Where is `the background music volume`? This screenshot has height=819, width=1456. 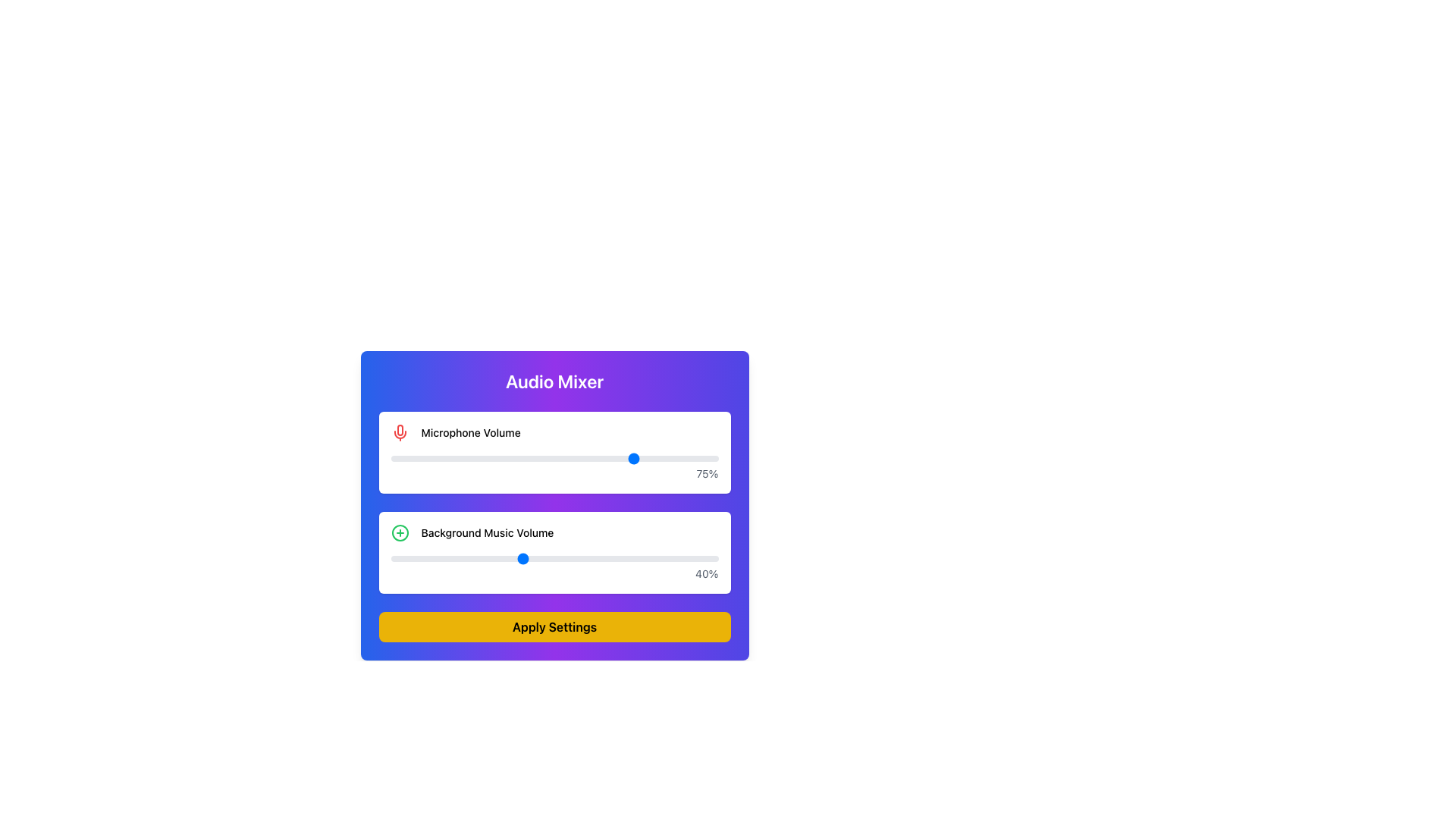
the background music volume is located at coordinates (492, 558).